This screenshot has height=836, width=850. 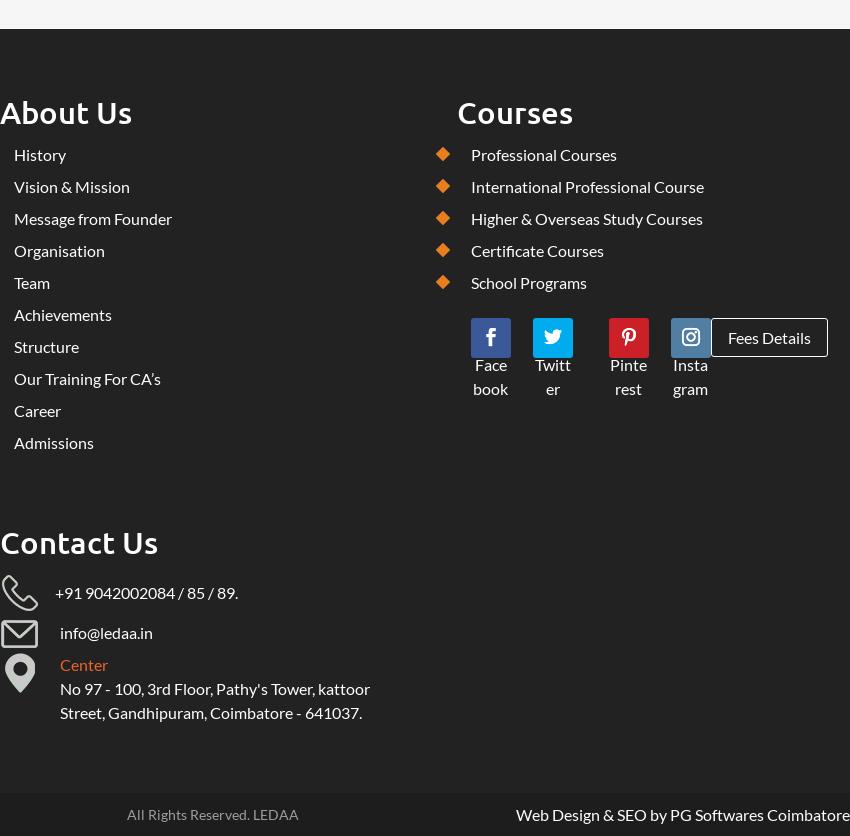 What do you see at coordinates (36, 409) in the screenshot?
I see `'Career'` at bounding box center [36, 409].